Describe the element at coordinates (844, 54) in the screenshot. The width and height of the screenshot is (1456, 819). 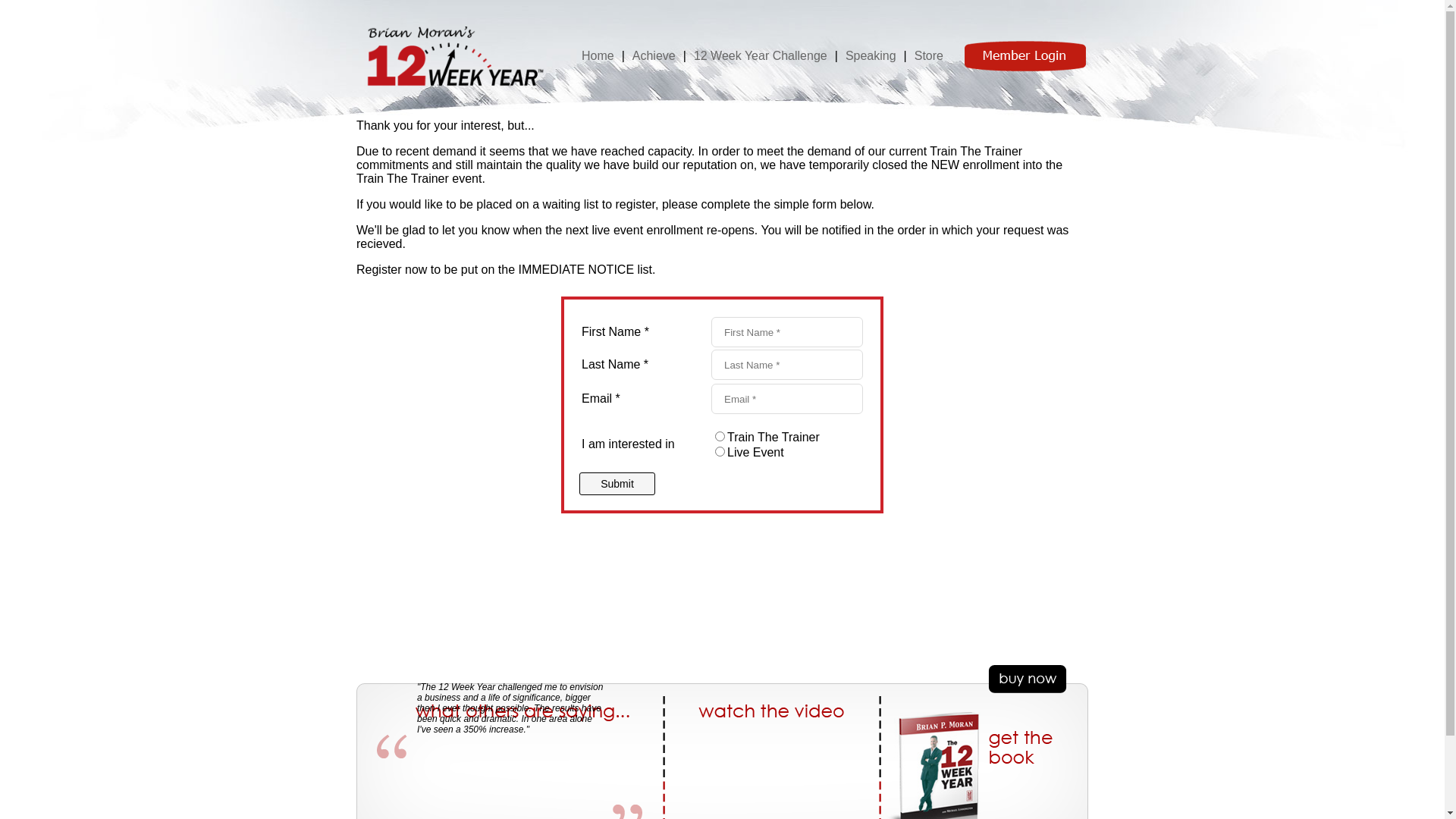
I see `'Speaking'` at that location.